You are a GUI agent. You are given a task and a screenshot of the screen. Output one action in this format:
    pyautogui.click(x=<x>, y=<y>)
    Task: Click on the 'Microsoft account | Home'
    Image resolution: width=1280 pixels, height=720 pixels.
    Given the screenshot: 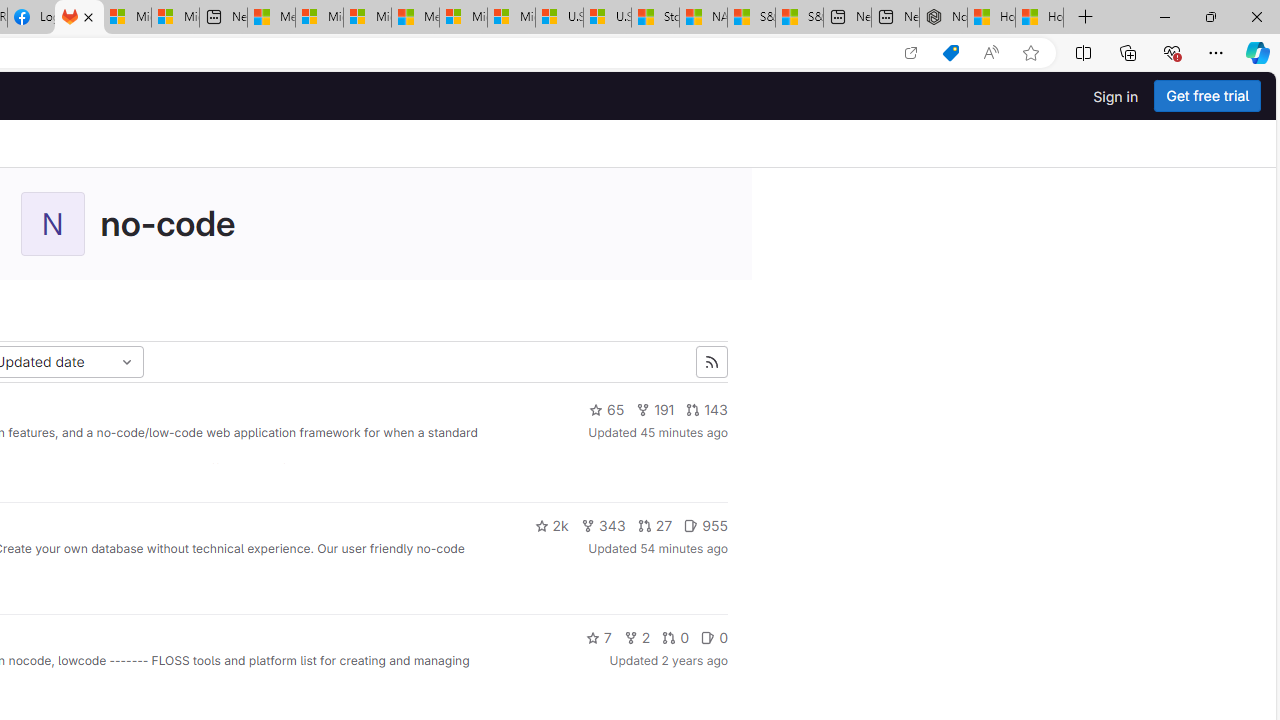 What is the action you would take?
    pyautogui.click(x=367, y=17)
    